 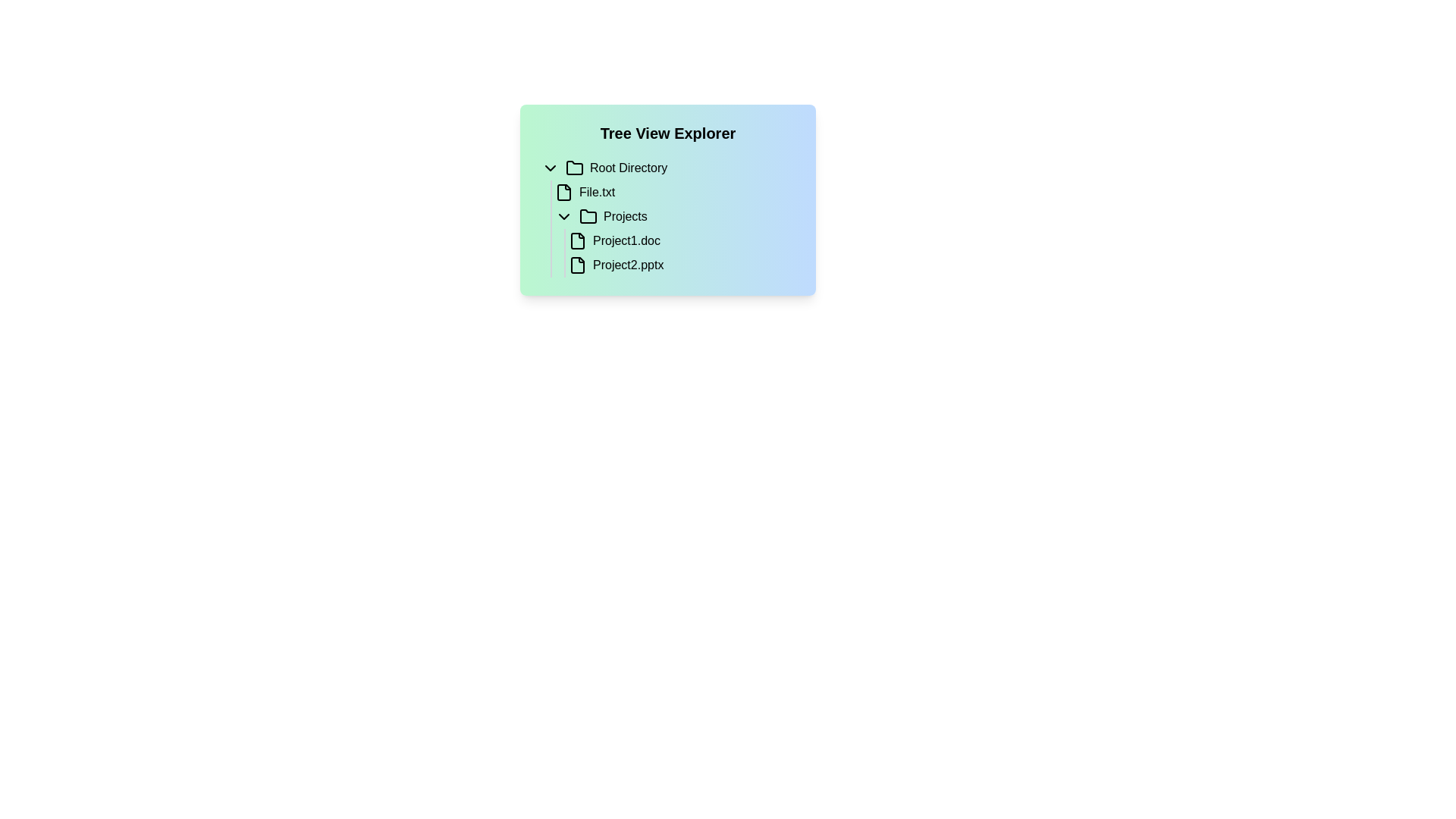 I want to click on the static text label representing the file named 'File.txt' located under the 'Root Directory' in the file explorer tree, so click(x=596, y=192).